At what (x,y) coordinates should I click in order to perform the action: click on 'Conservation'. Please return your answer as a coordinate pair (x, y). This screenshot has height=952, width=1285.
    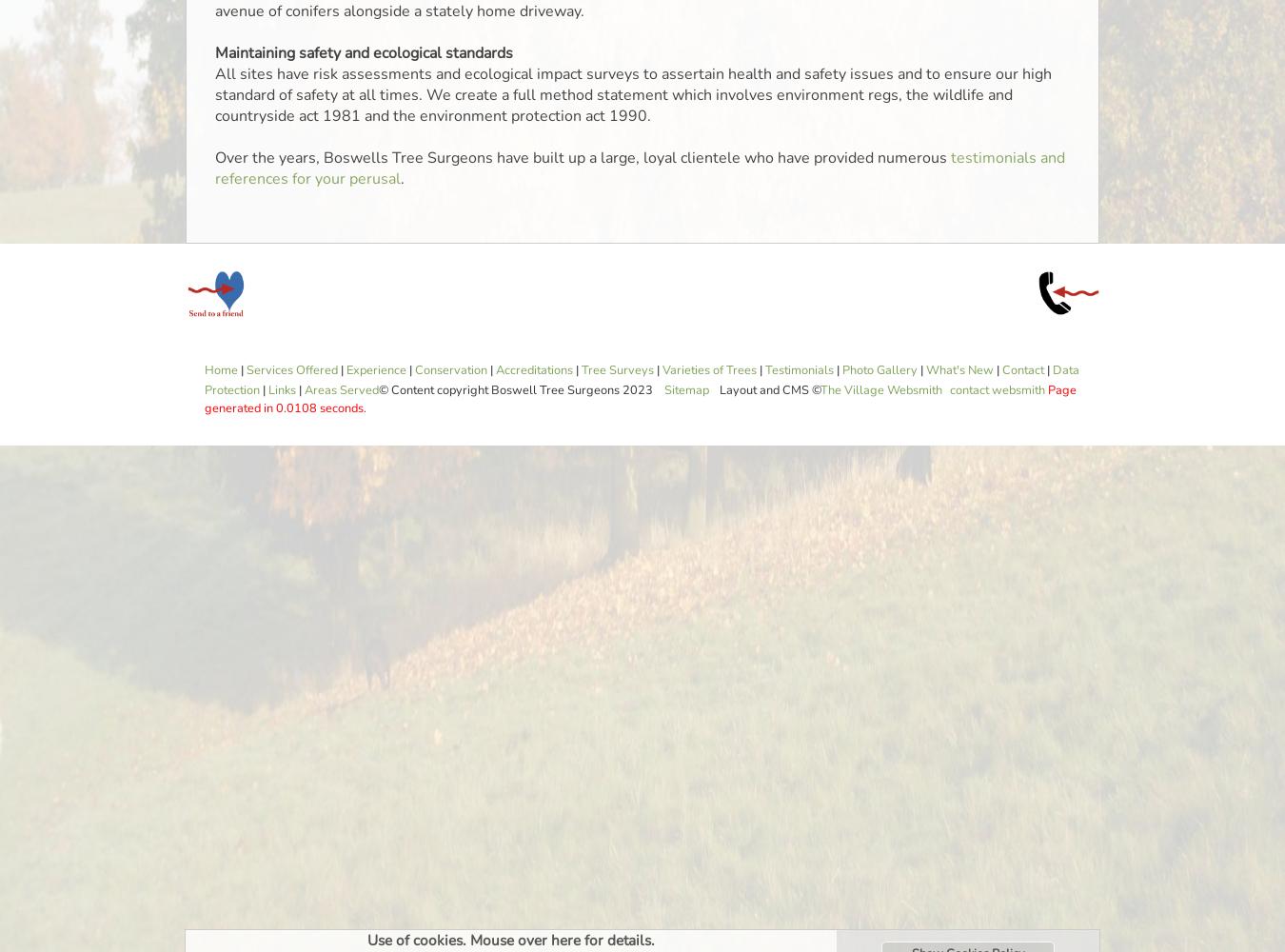
    Looking at the image, I should click on (449, 370).